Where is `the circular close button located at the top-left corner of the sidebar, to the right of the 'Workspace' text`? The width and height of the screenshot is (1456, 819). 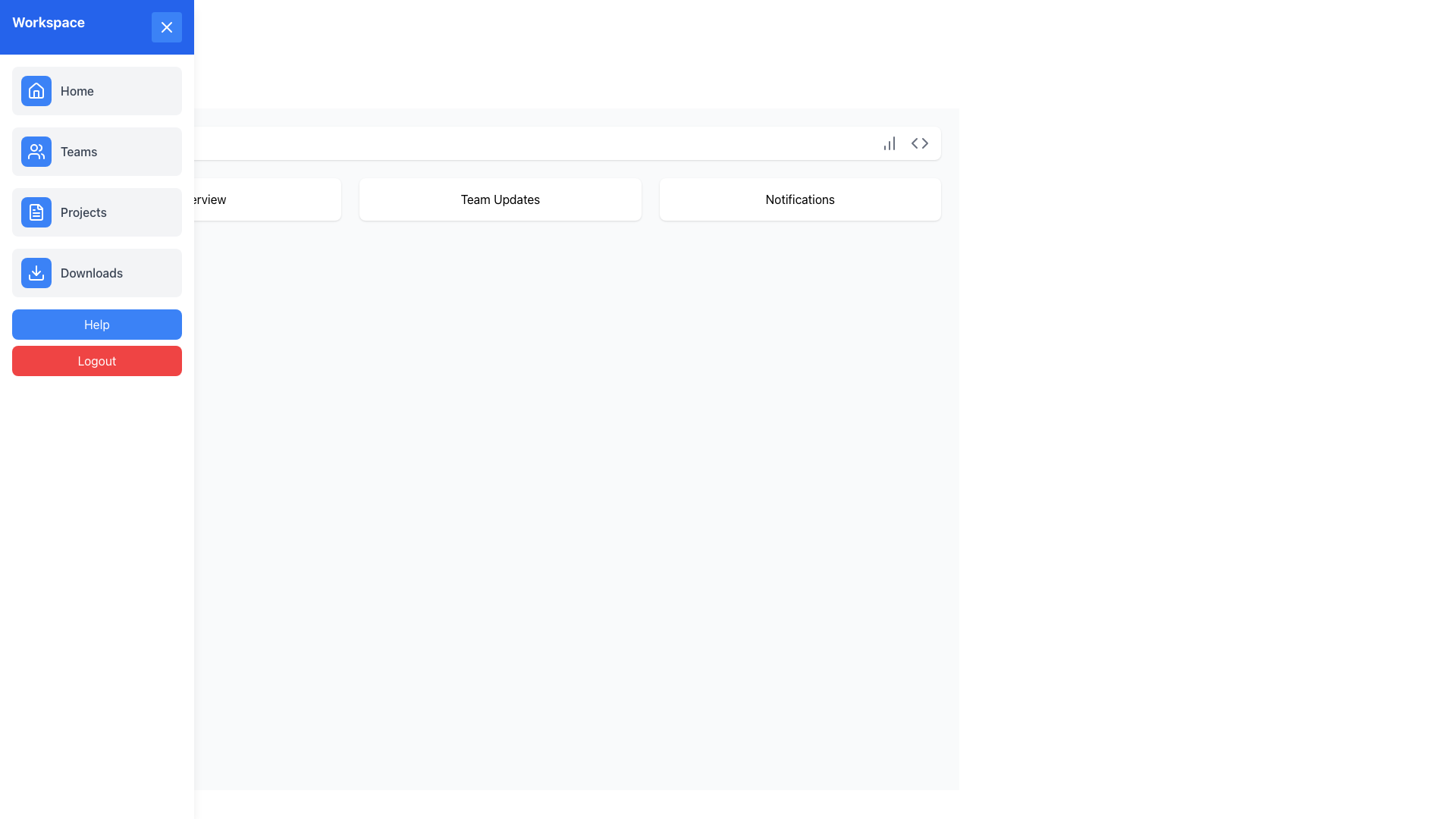
the circular close button located at the top-left corner of the sidebar, to the right of the 'Workspace' text is located at coordinates (30, 30).